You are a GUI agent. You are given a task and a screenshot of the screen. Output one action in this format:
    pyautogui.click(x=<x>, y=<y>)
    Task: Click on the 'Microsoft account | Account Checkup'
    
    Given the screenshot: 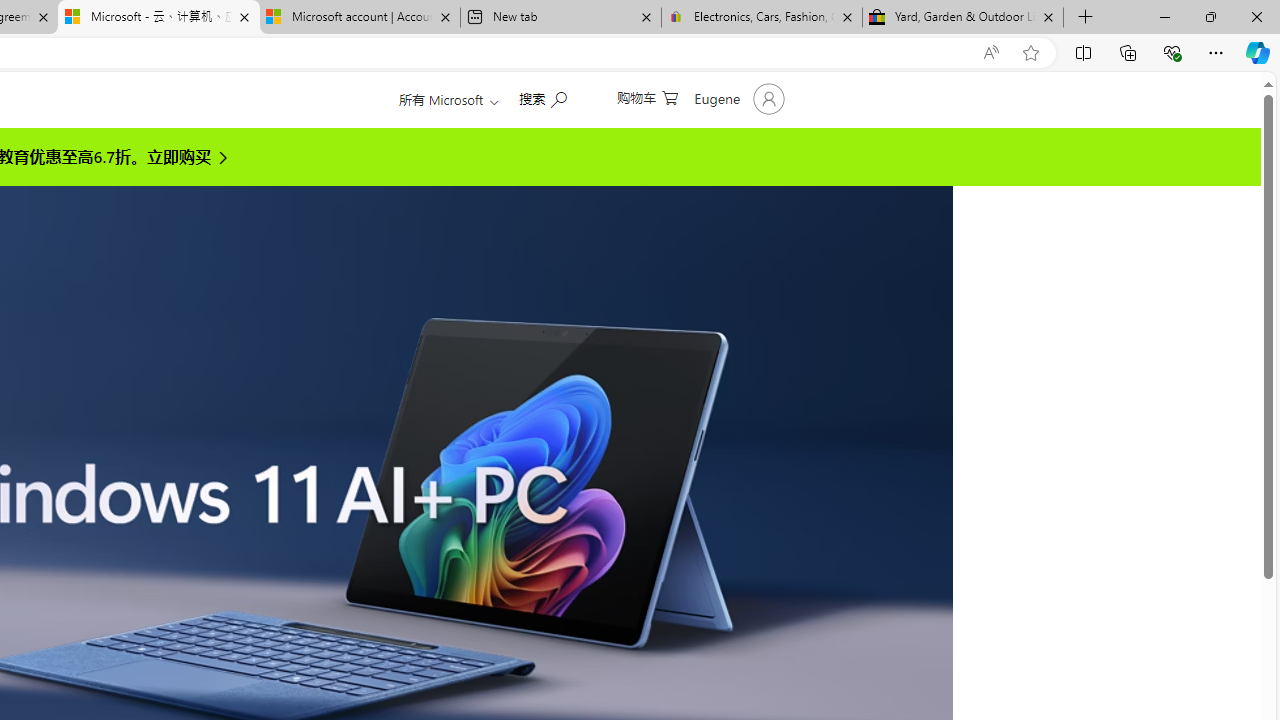 What is the action you would take?
    pyautogui.click(x=359, y=17)
    